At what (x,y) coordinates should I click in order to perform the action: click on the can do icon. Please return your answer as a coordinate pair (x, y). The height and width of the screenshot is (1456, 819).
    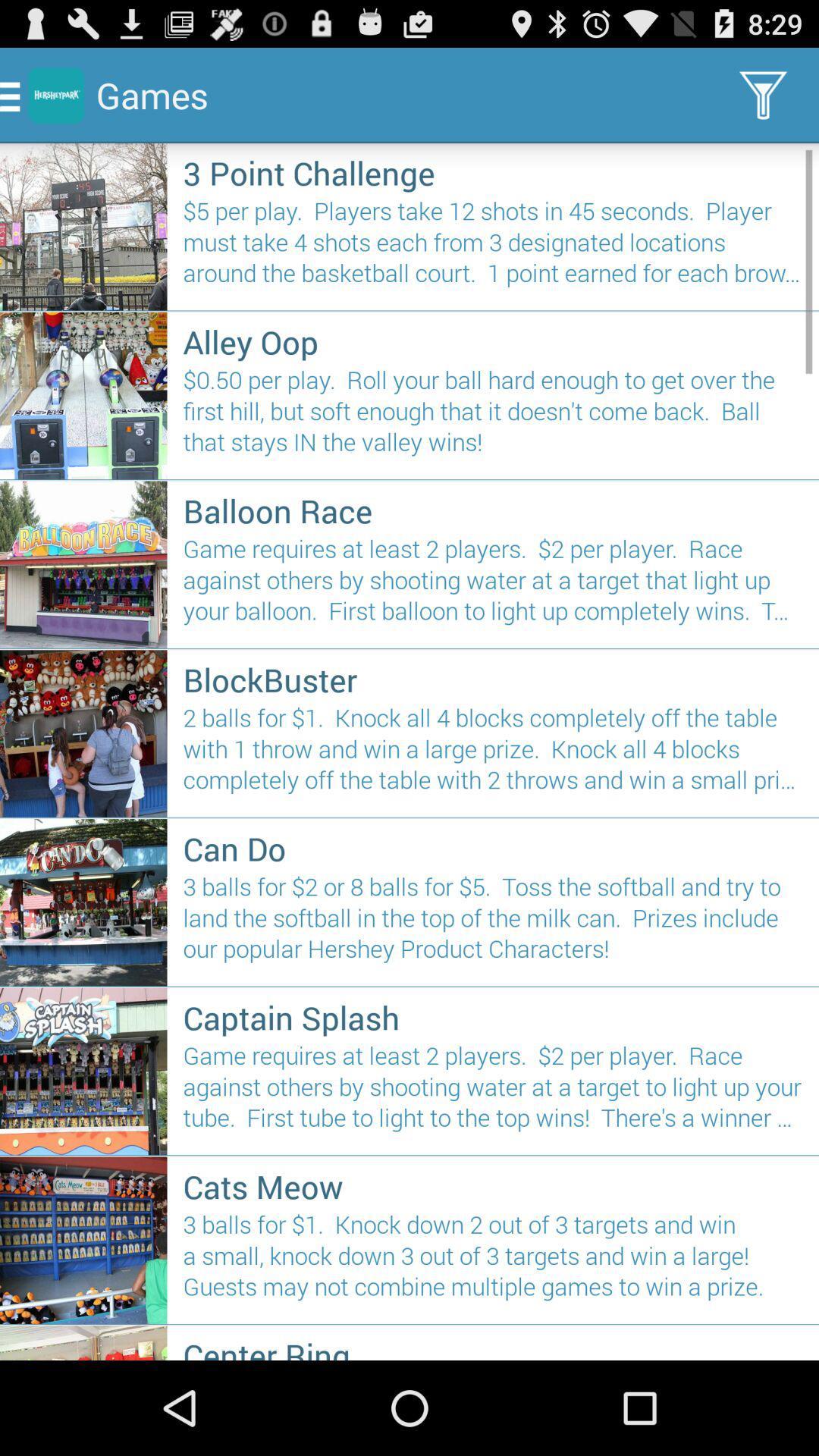
    Looking at the image, I should click on (493, 847).